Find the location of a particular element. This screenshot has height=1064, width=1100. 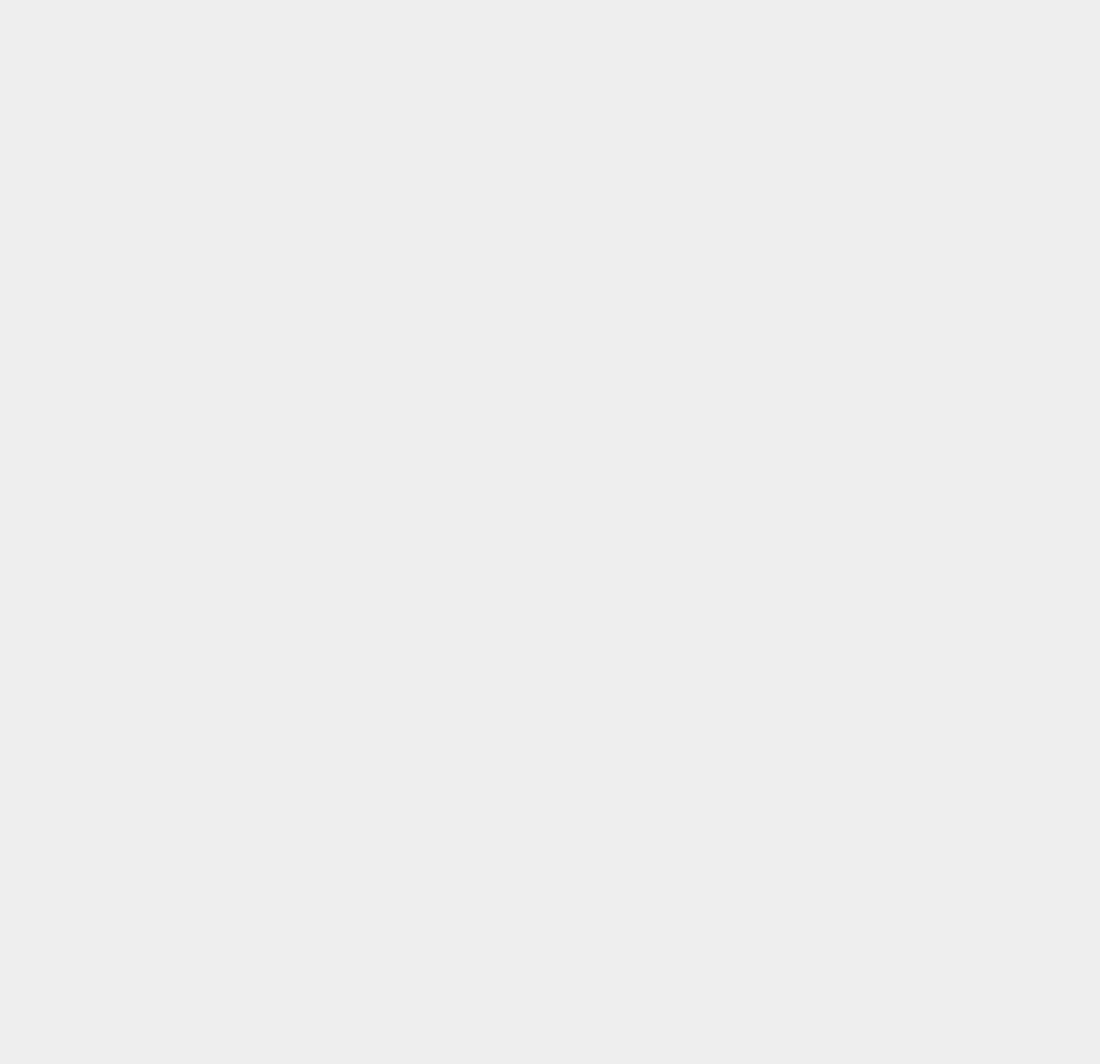

'iMac' is located at coordinates (792, 1044).